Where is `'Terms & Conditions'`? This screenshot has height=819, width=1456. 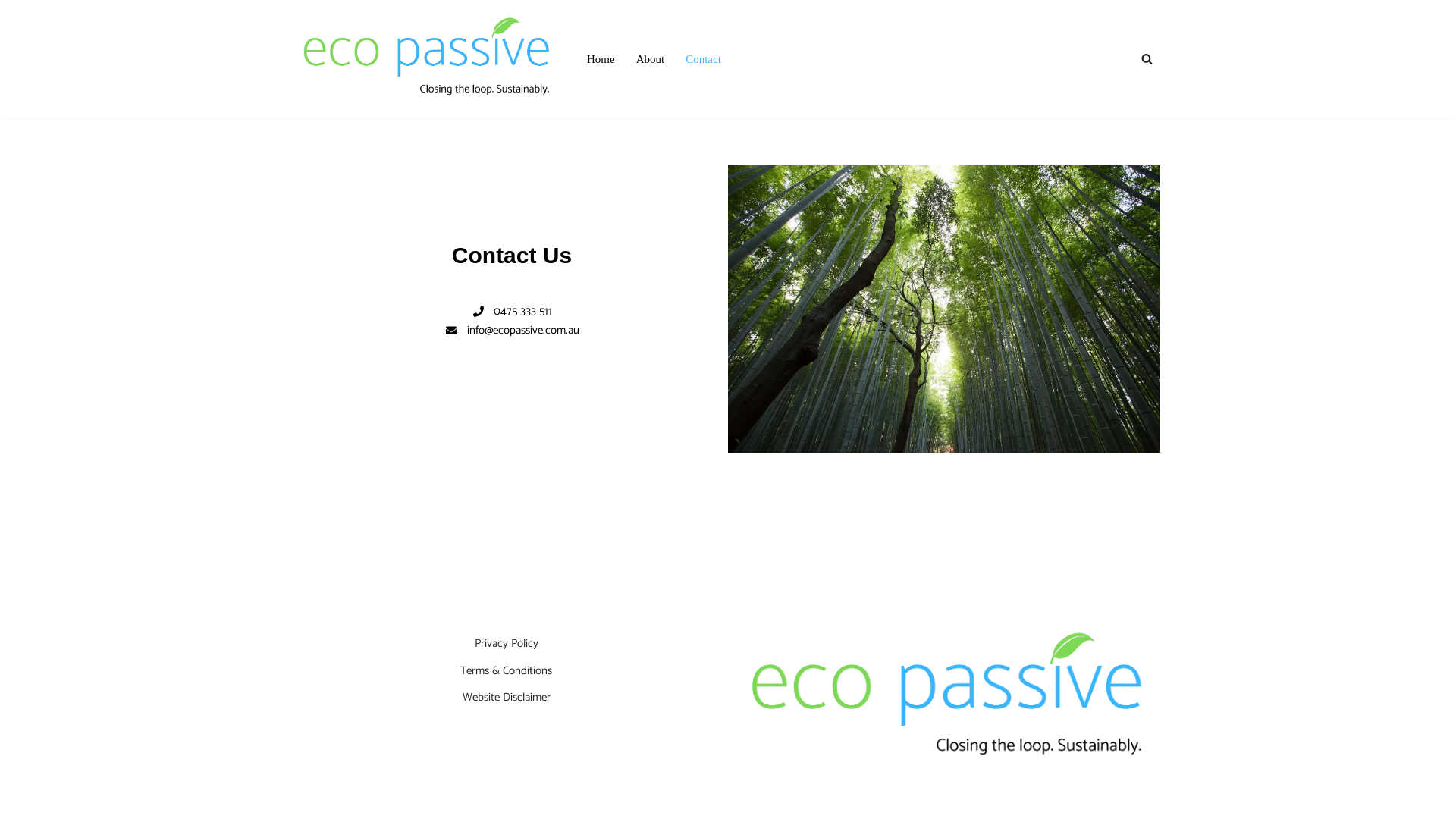
'Terms & Conditions' is located at coordinates (506, 670).